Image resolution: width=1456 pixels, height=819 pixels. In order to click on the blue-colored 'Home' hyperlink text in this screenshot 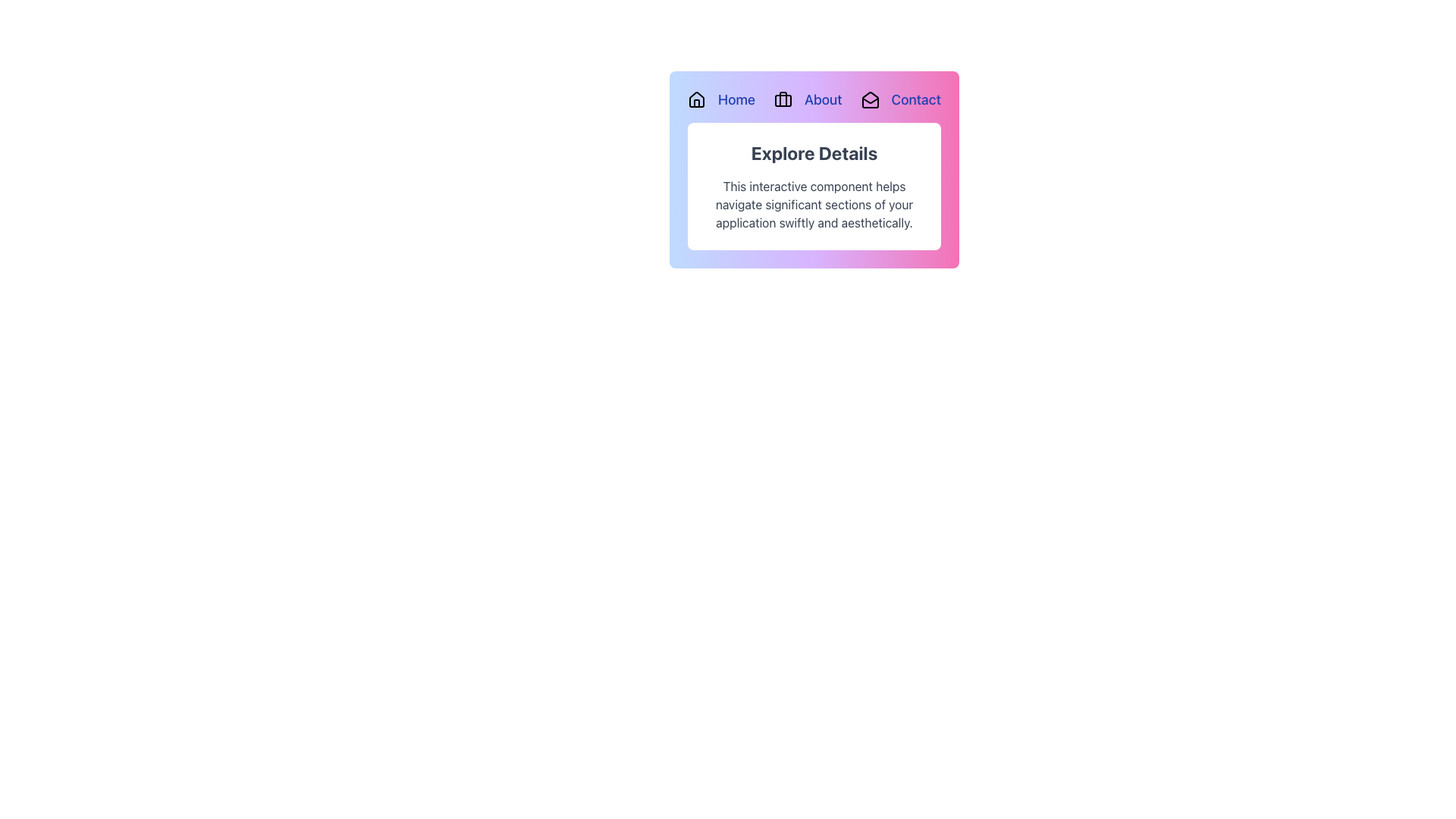, I will do `click(736, 99)`.